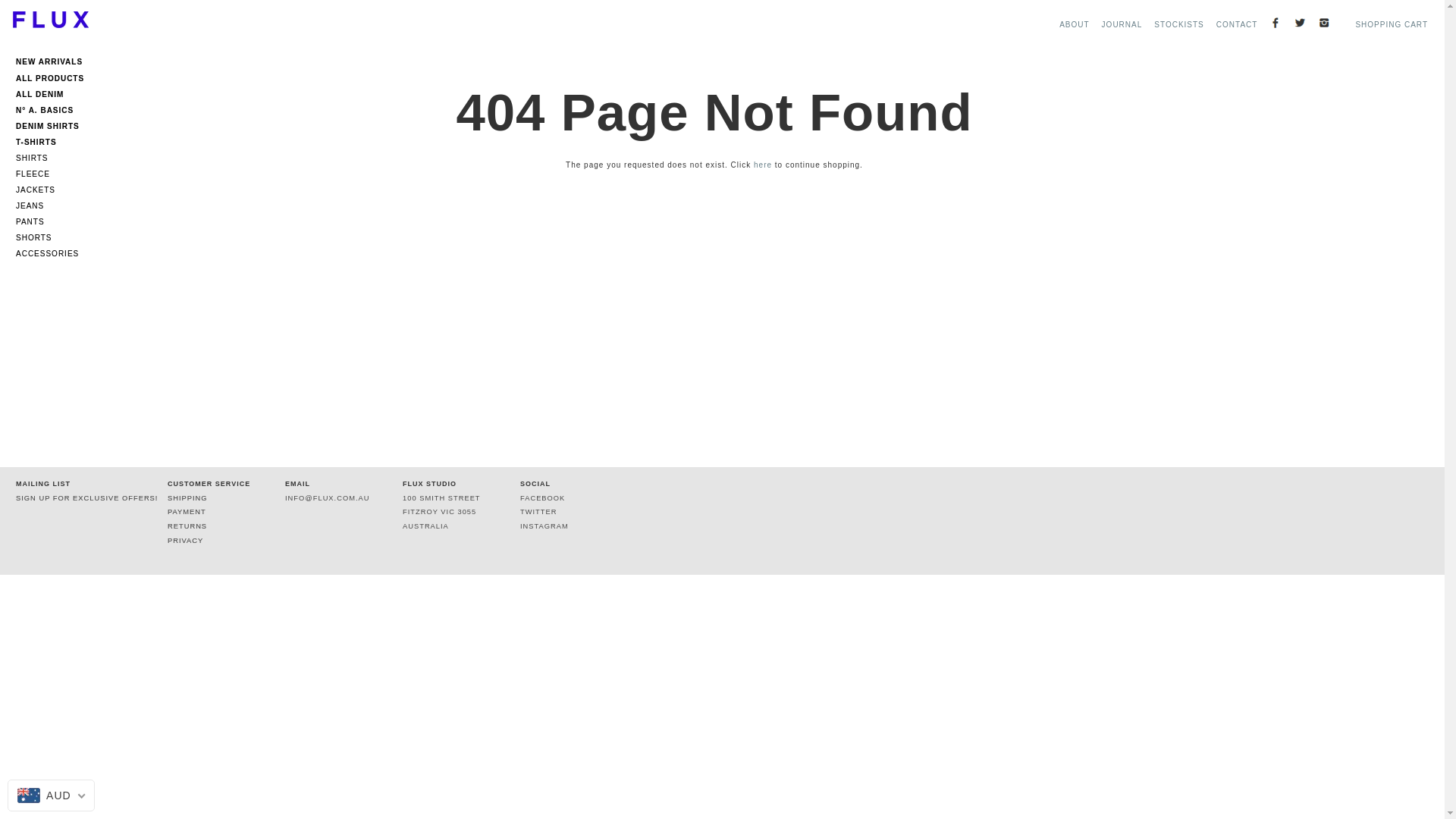 The width and height of the screenshot is (1456, 819). I want to click on 'here', so click(763, 165).